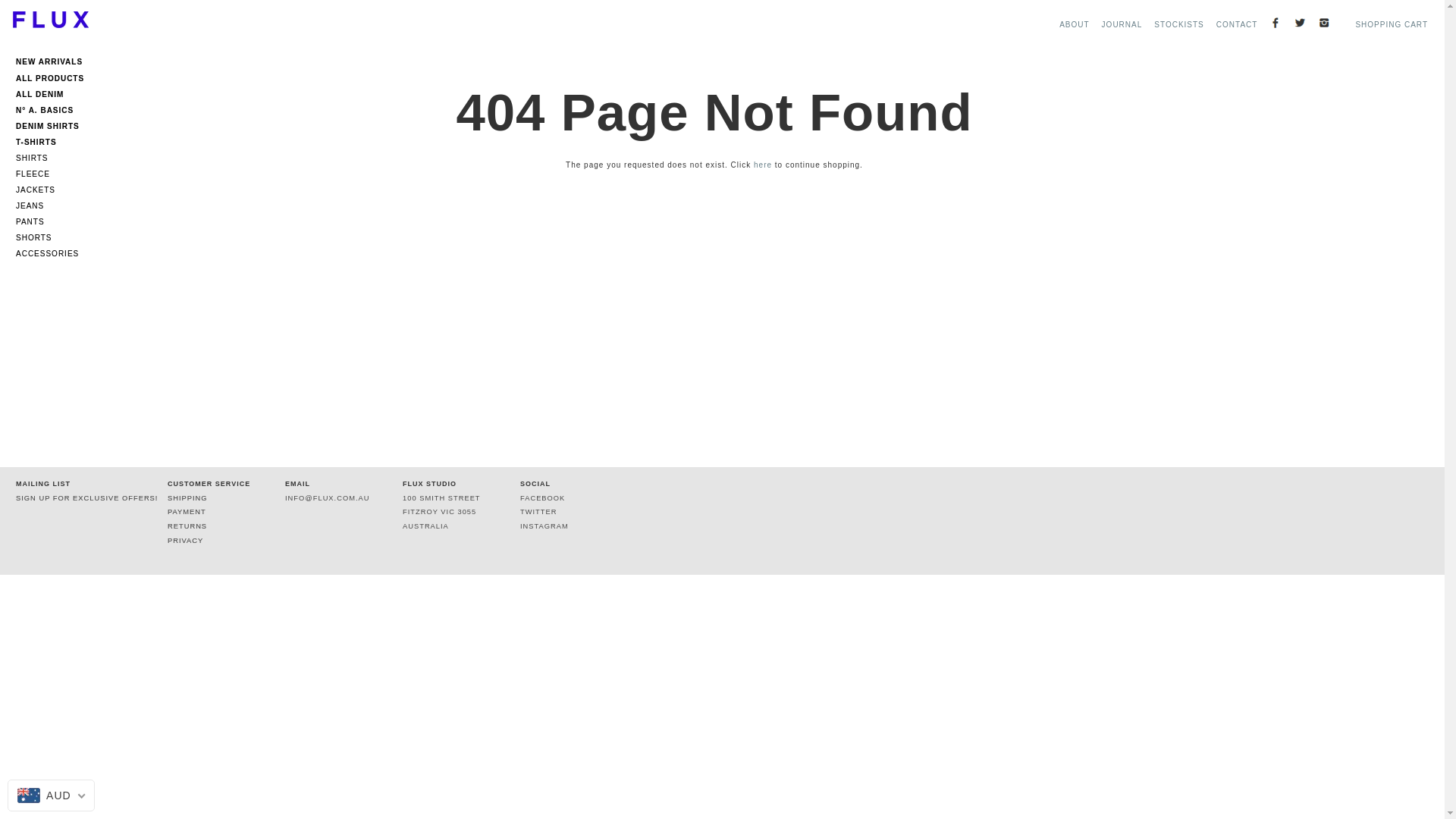 The width and height of the screenshot is (1456, 819). I want to click on 'here', so click(763, 165).